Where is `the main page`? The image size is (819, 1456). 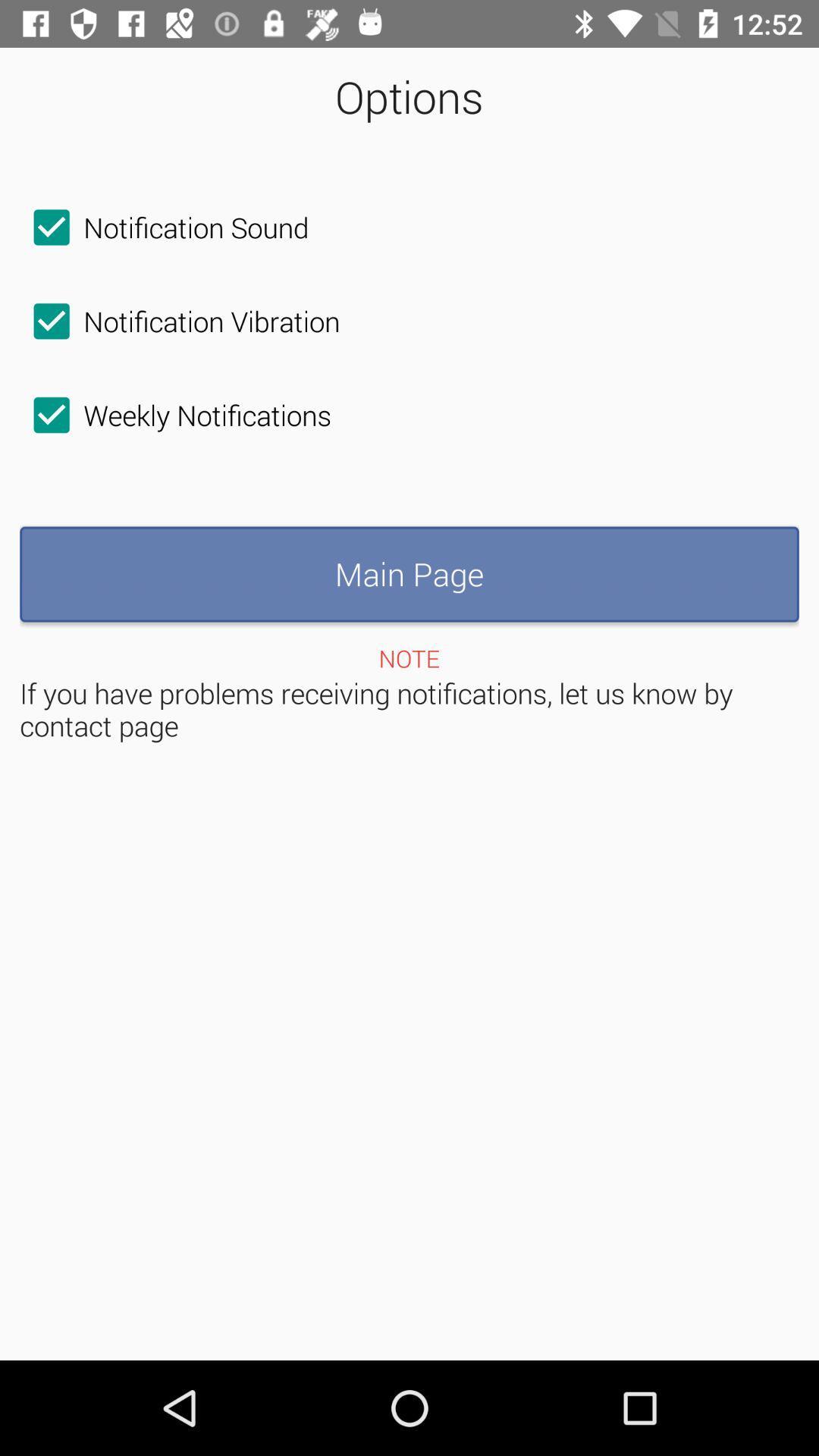
the main page is located at coordinates (409, 573).